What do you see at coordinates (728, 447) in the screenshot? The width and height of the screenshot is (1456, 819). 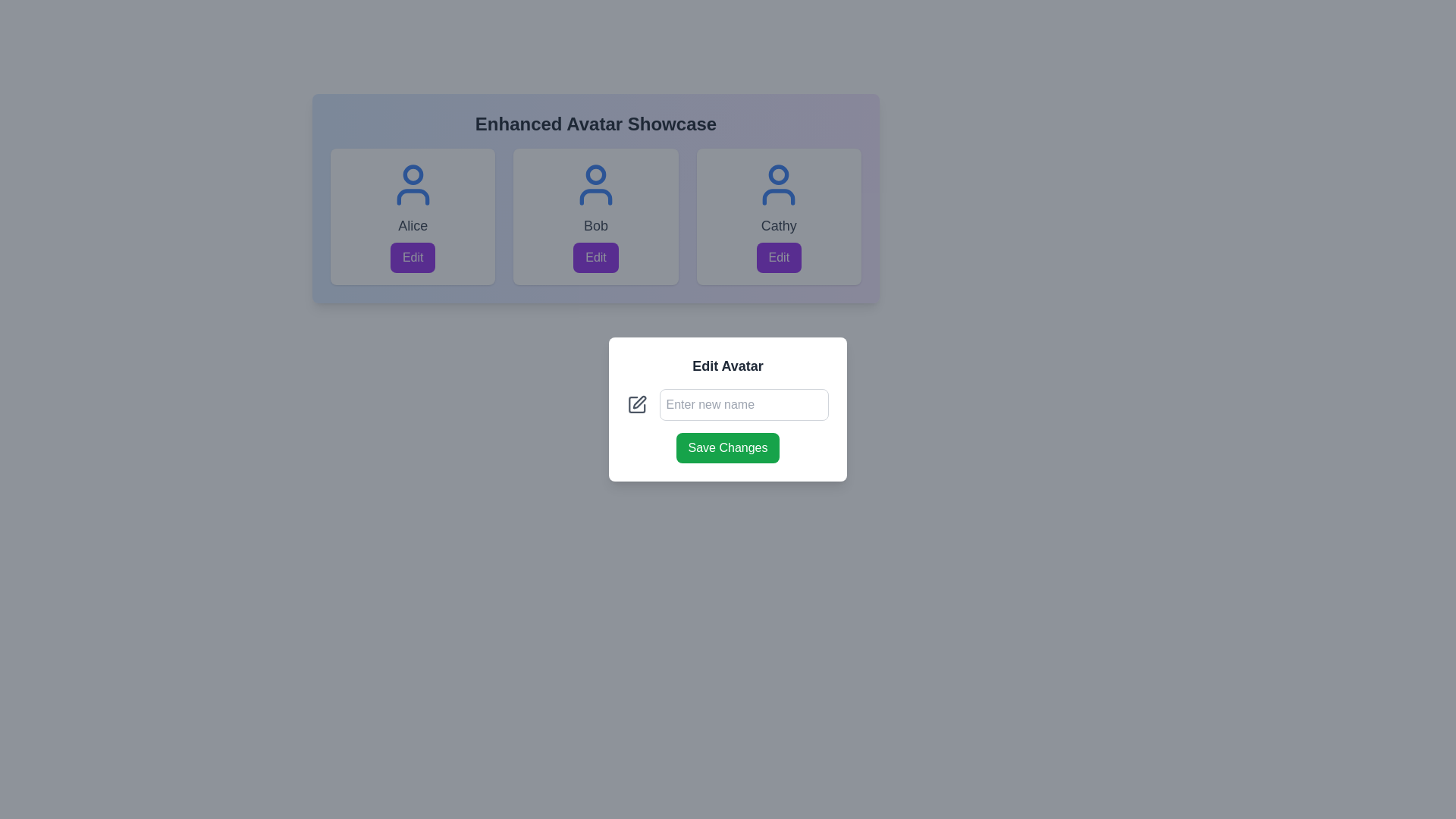 I see `the save button located below the 'Enter new name' input field in the modal dialog` at bounding box center [728, 447].